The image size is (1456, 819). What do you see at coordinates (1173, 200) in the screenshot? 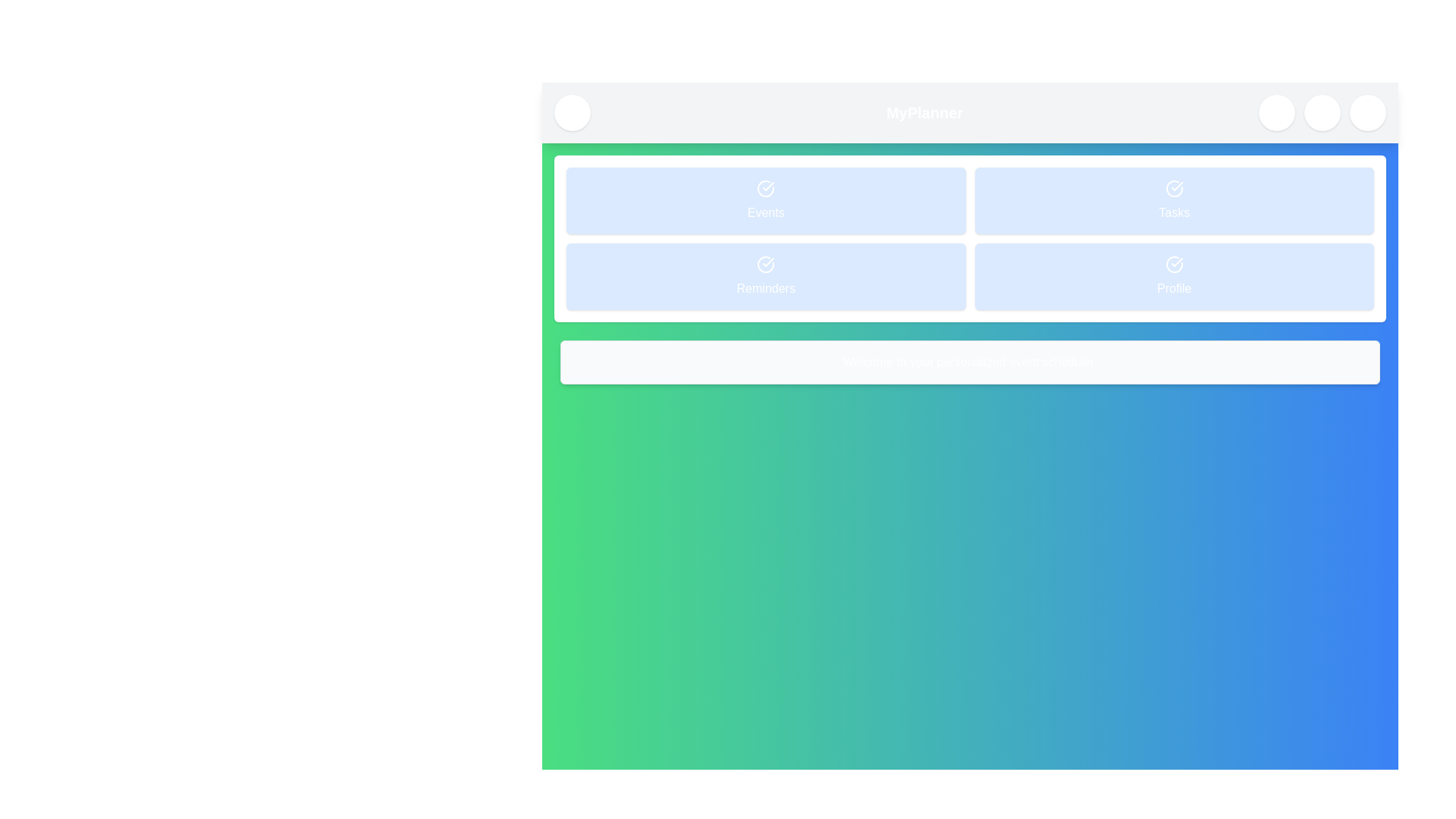
I see `the 'Tasks' button to navigate to the Tasks section` at bounding box center [1173, 200].